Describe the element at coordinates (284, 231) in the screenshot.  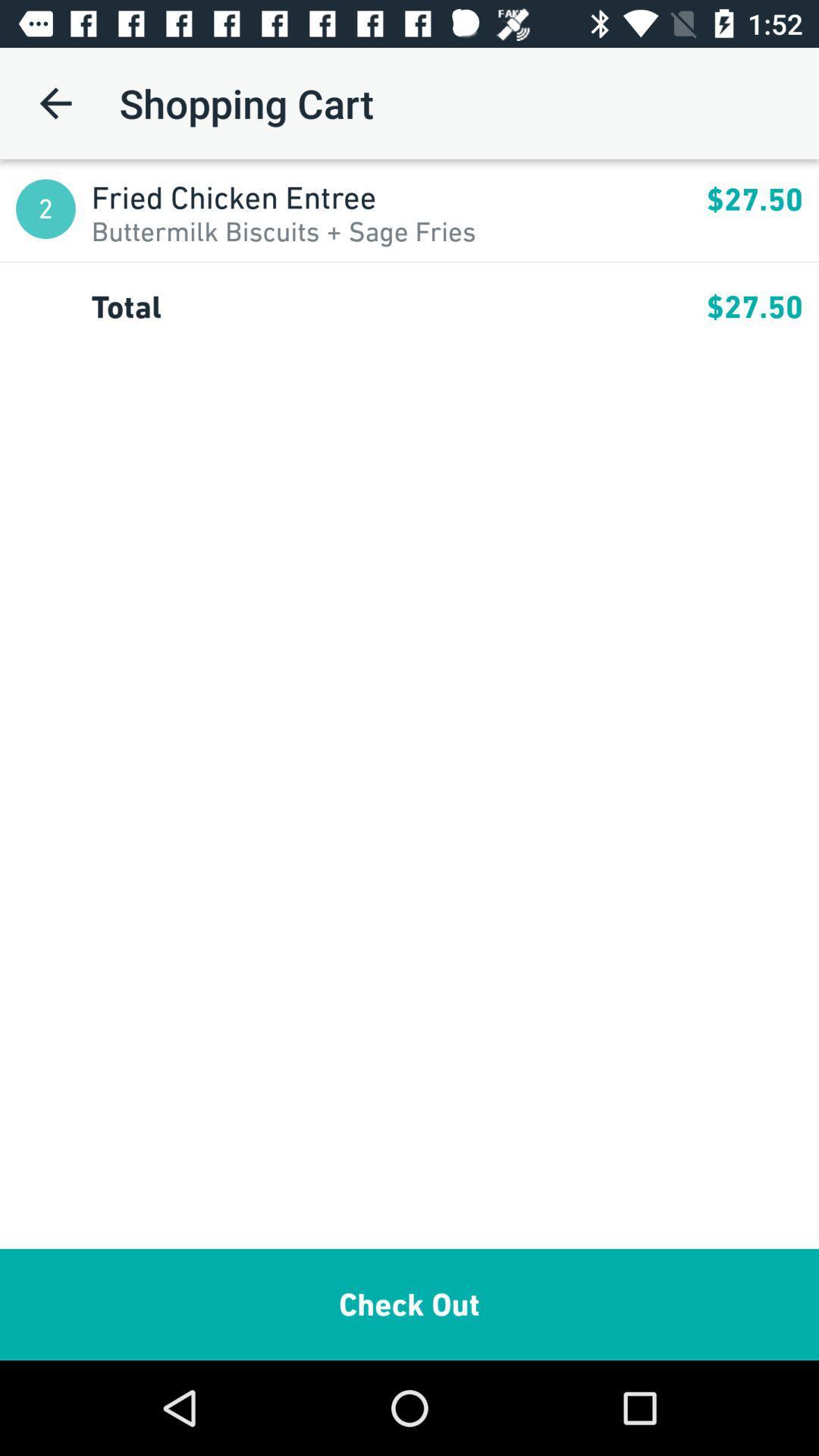
I see `item to the right of 2 app` at that location.